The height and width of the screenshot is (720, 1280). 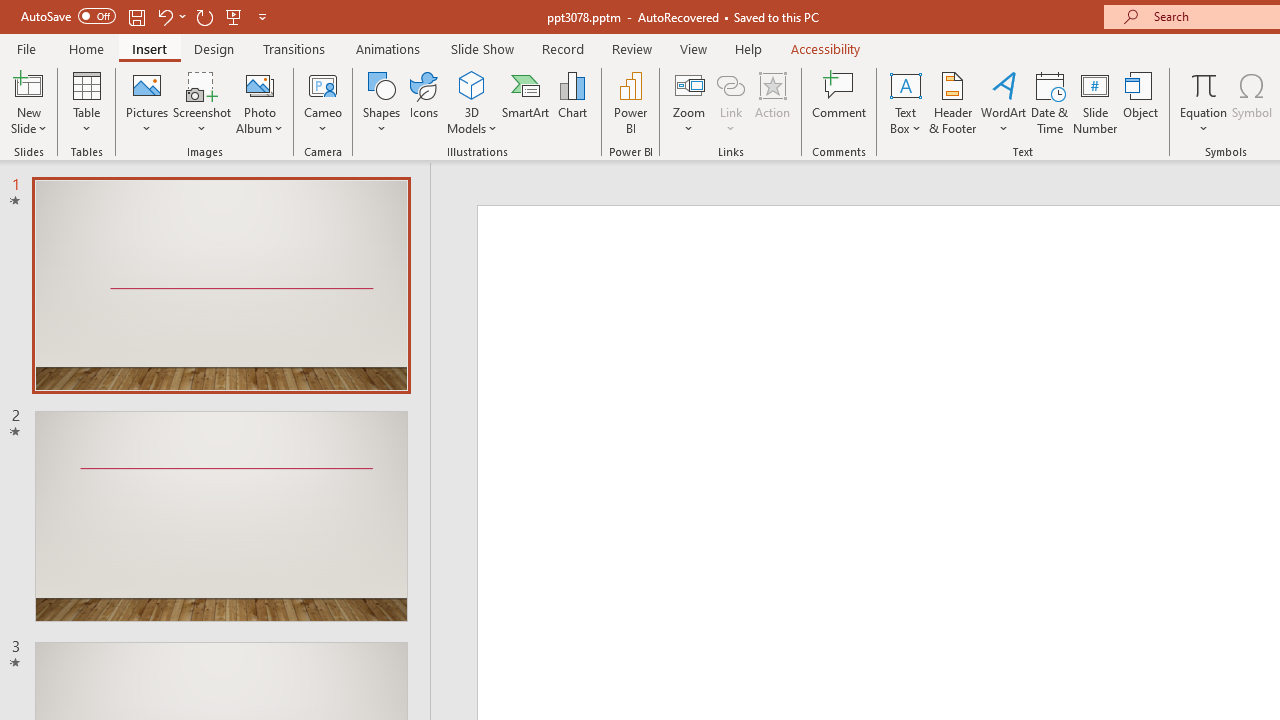 What do you see at coordinates (258, 84) in the screenshot?
I see `'New Photo Album...'` at bounding box center [258, 84].